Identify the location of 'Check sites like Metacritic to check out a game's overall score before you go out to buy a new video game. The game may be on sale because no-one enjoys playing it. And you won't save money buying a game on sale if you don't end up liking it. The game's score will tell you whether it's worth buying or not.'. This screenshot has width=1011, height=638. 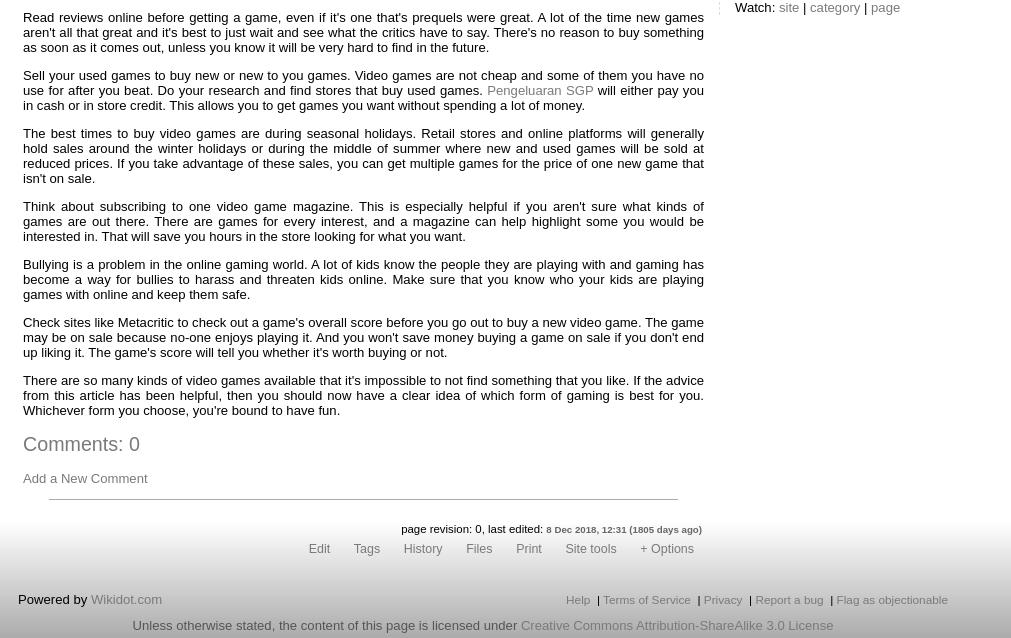
(362, 337).